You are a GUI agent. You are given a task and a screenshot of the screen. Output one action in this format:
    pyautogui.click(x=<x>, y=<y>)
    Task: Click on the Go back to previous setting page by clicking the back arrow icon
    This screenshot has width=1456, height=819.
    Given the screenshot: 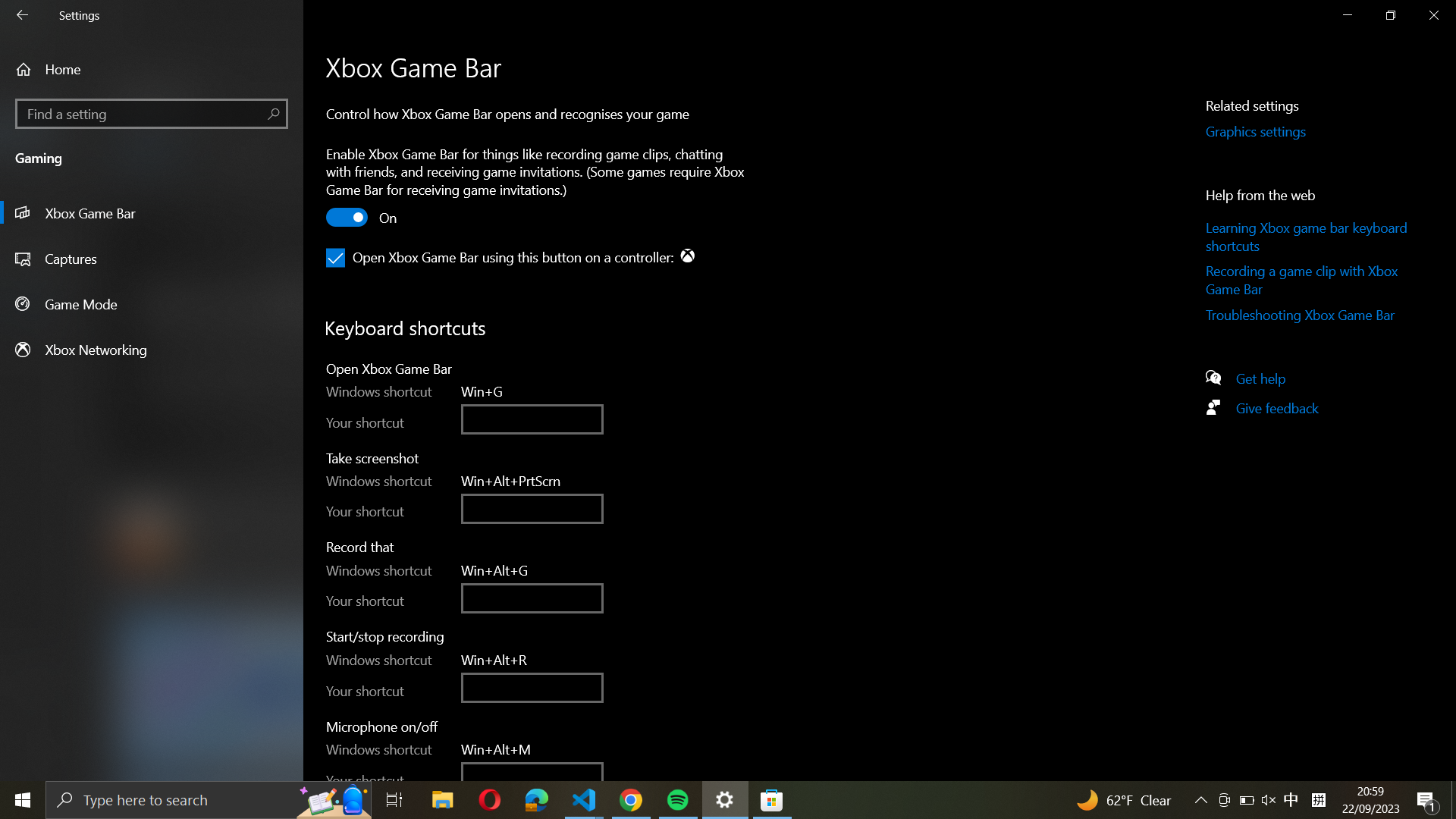 What is the action you would take?
    pyautogui.click(x=24, y=16)
    